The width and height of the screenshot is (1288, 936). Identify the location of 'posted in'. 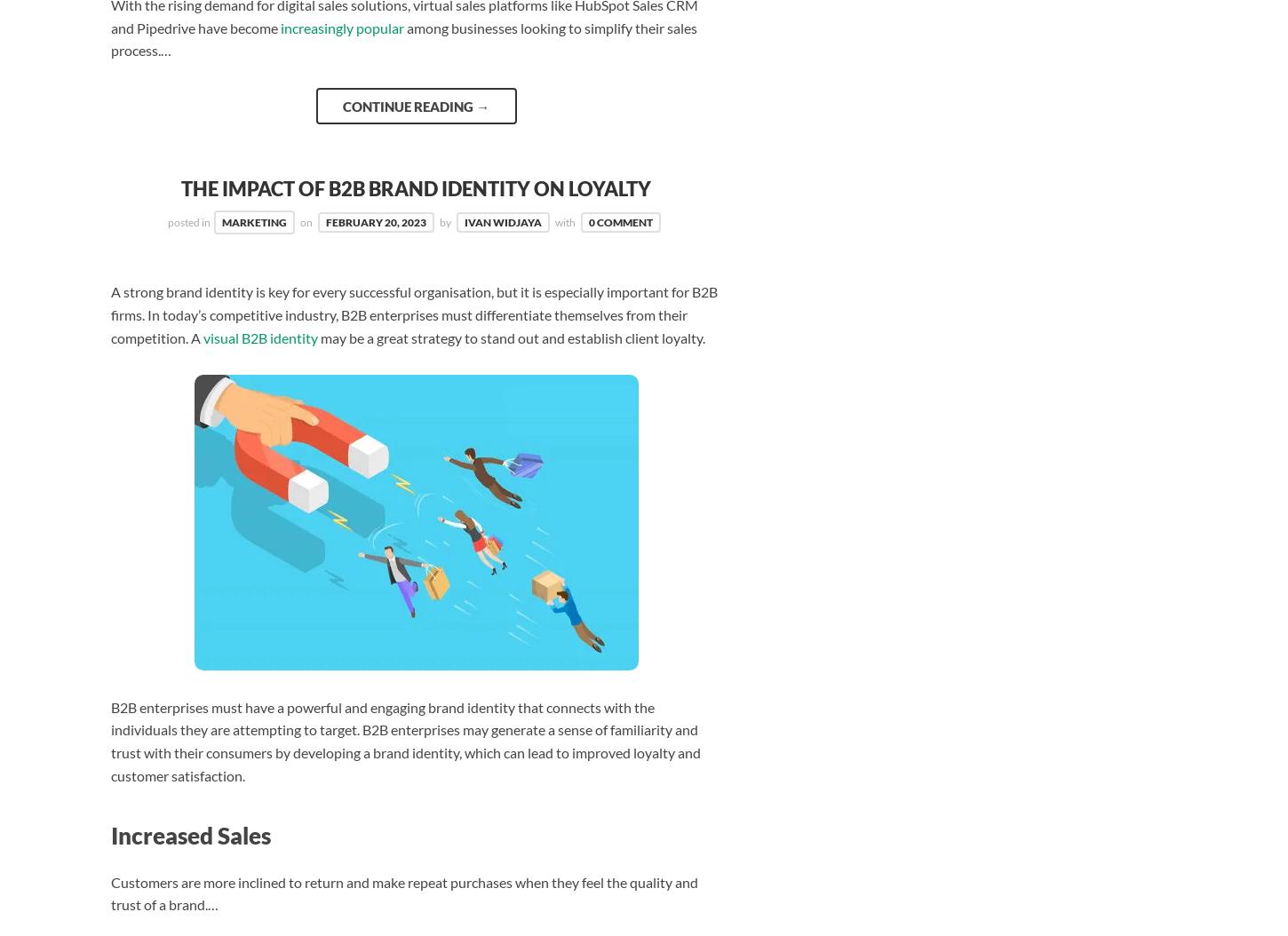
(188, 222).